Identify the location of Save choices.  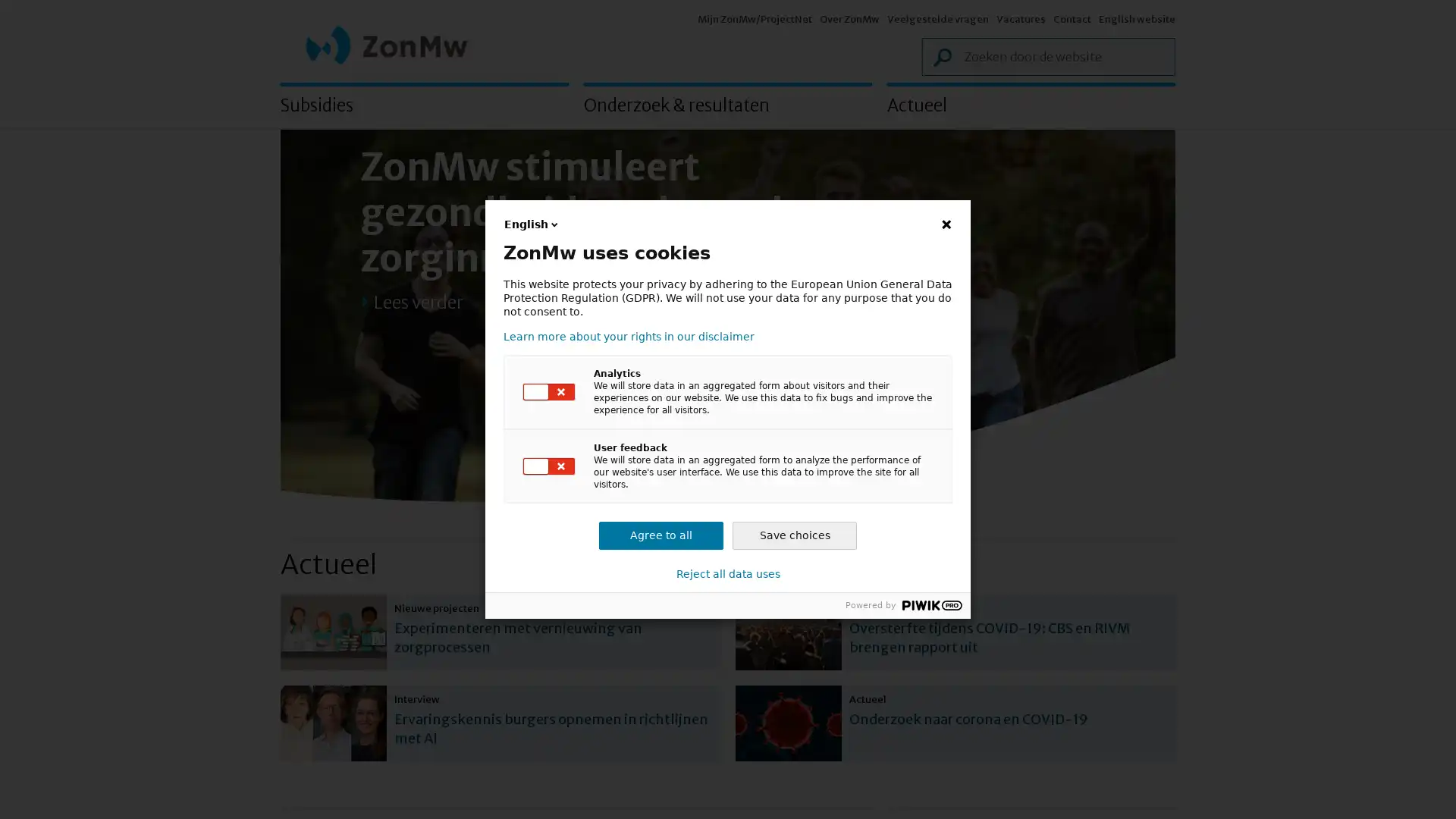
(793, 535).